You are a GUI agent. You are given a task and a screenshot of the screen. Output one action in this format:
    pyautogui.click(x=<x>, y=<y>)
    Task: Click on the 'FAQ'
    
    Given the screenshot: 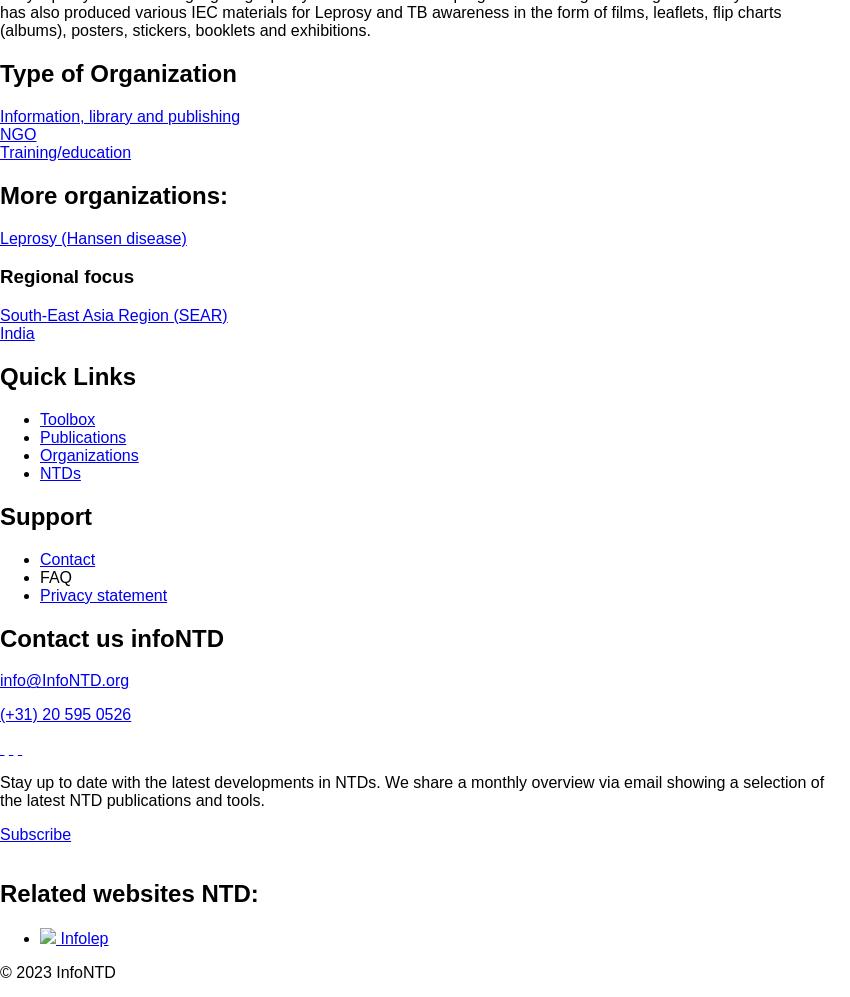 What is the action you would take?
    pyautogui.click(x=56, y=576)
    